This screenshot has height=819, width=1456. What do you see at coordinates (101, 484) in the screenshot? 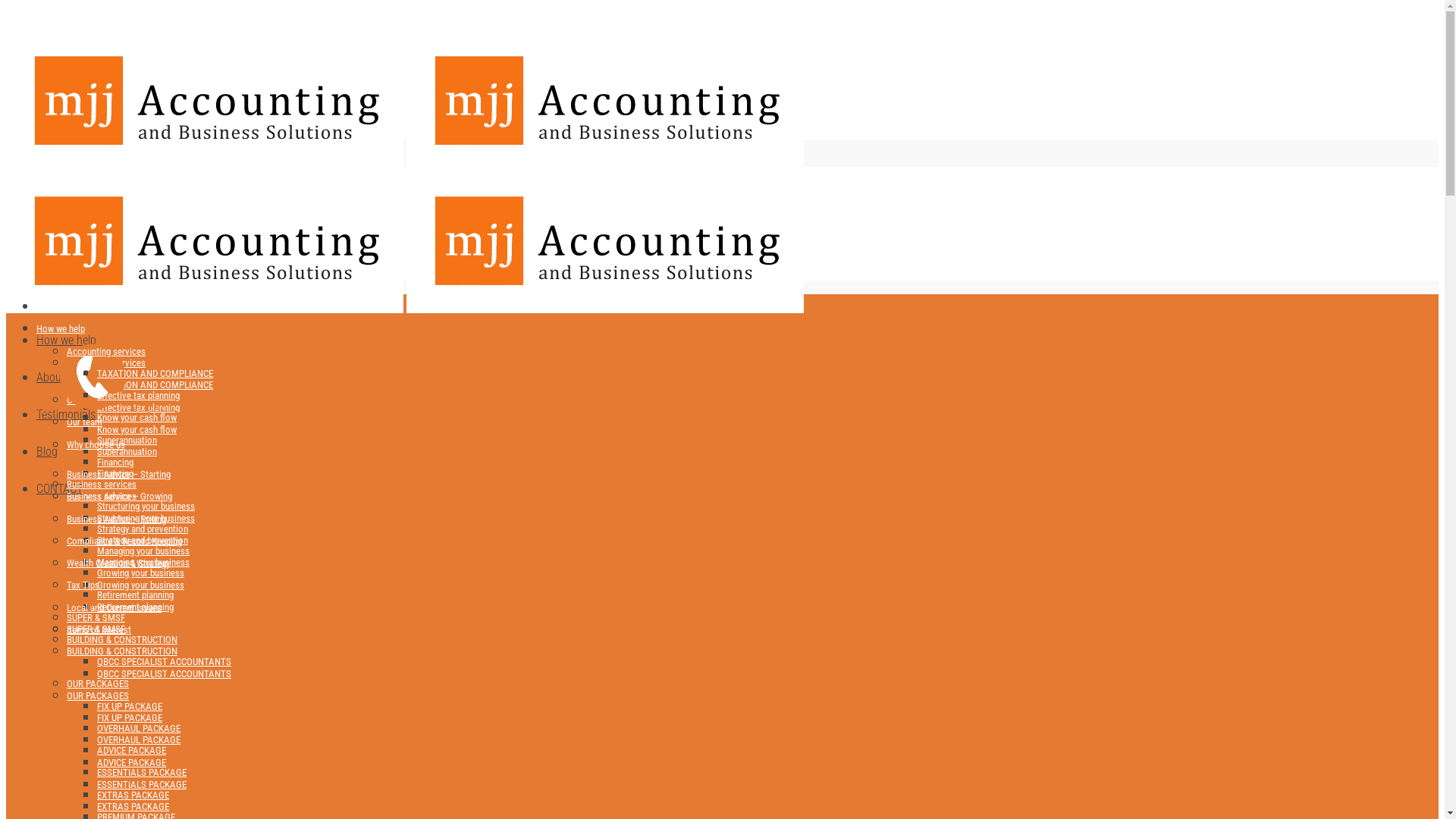
I see `'Business services'` at bounding box center [101, 484].